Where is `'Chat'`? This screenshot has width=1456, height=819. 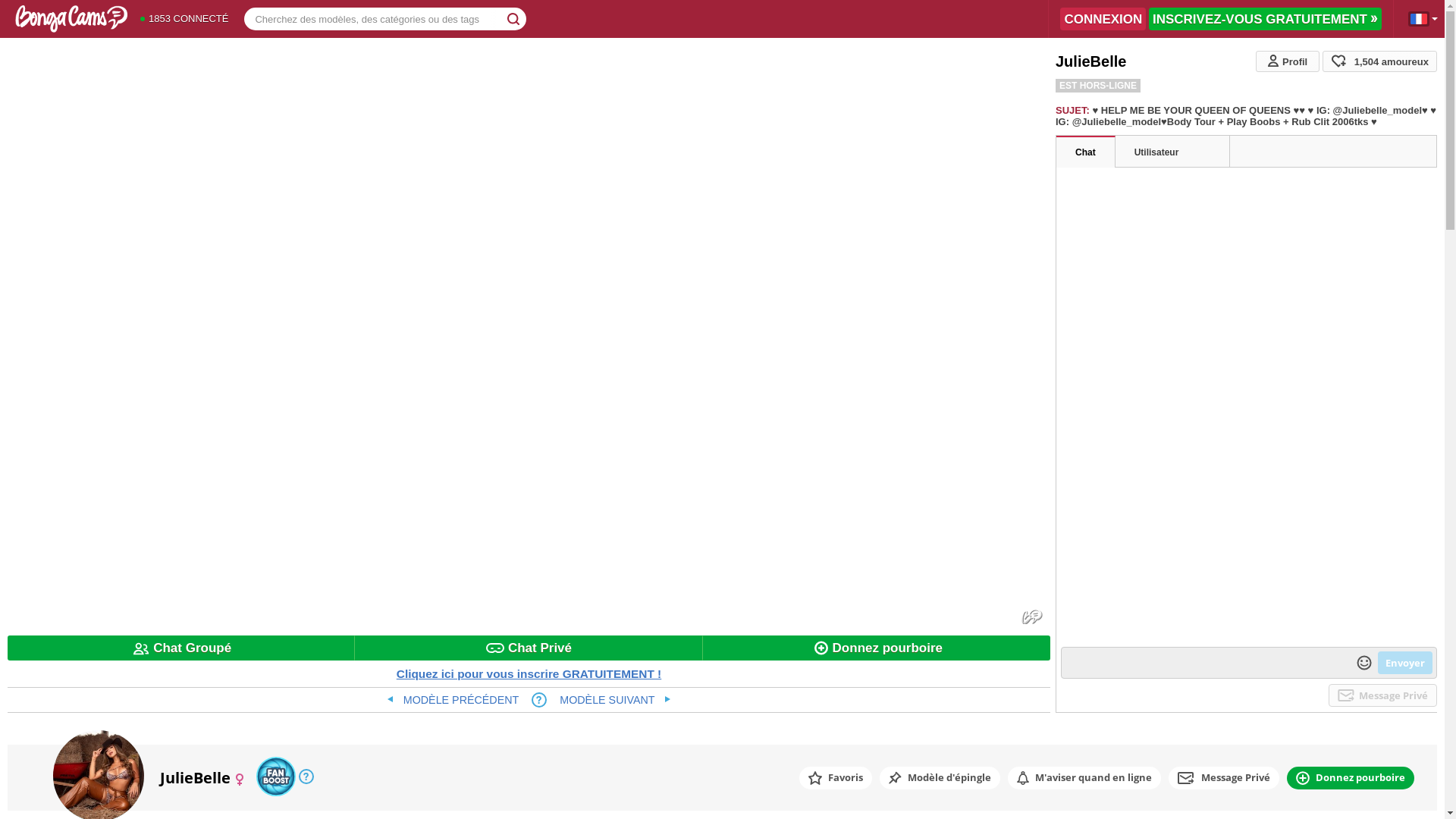 'Chat' is located at coordinates (1055, 152).